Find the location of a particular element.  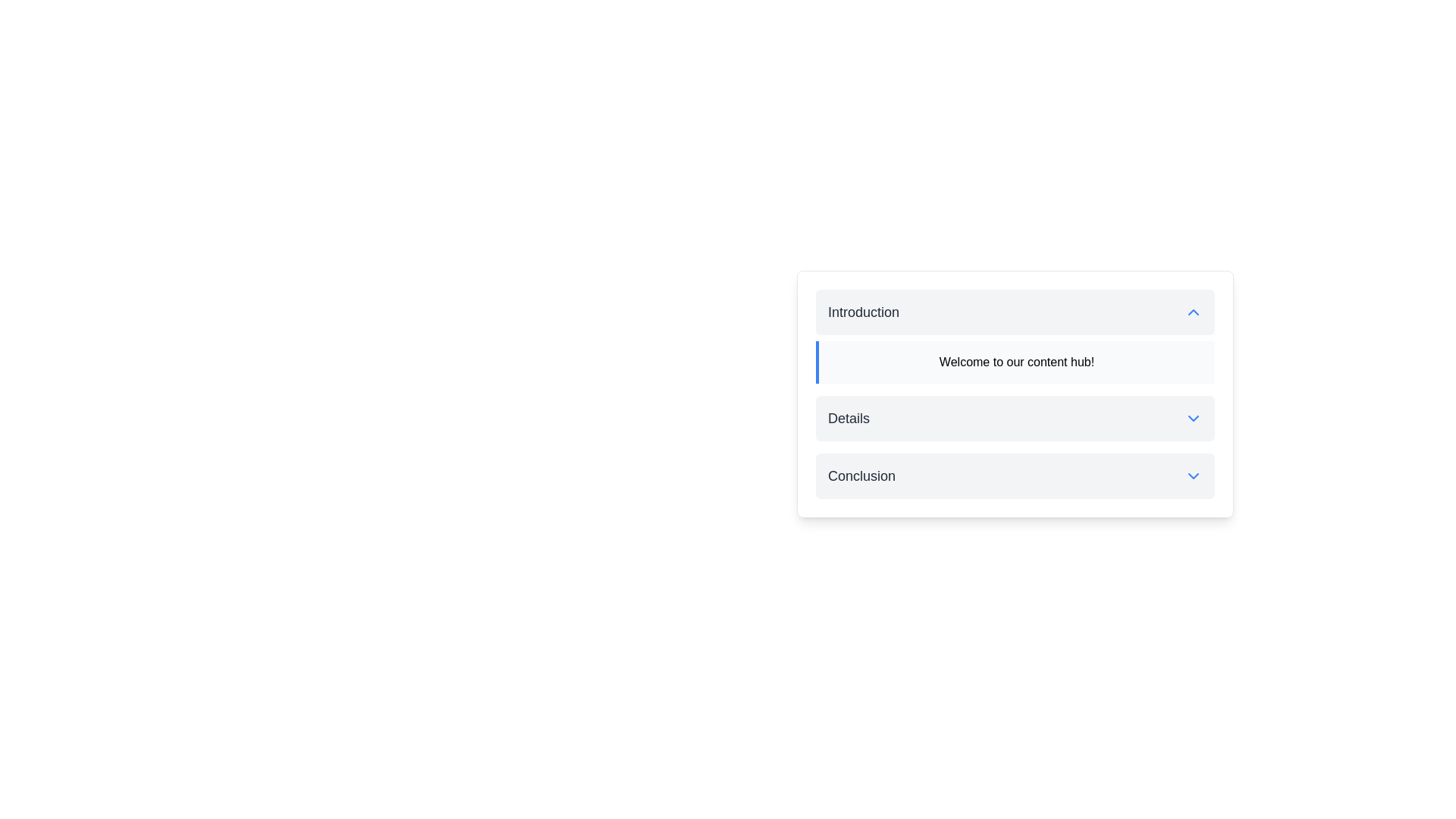

the chevron-down icon next to the 'Conclusion' text is located at coordinates (1193, 475).